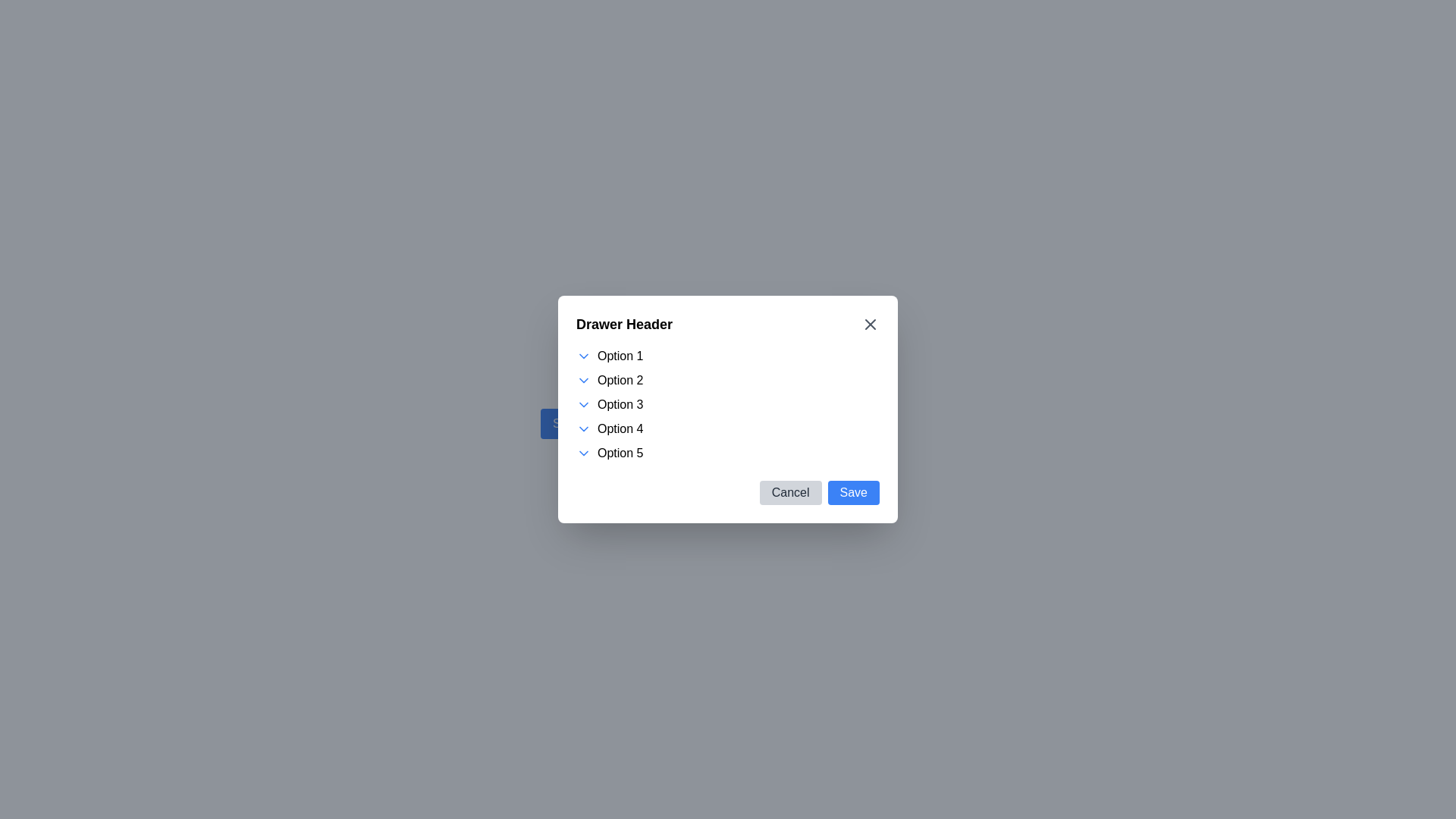 Image resolution: width=1456 pixels, height=819 pixels. Describe the element at coordinates (789, 493) in the screenshot. I see `the 'Cancel' button, which is a light gray rounded rectangular button with black text, located to the left of the blue 'Save' button in the bottom-right corner of the modal dialog` at that location.